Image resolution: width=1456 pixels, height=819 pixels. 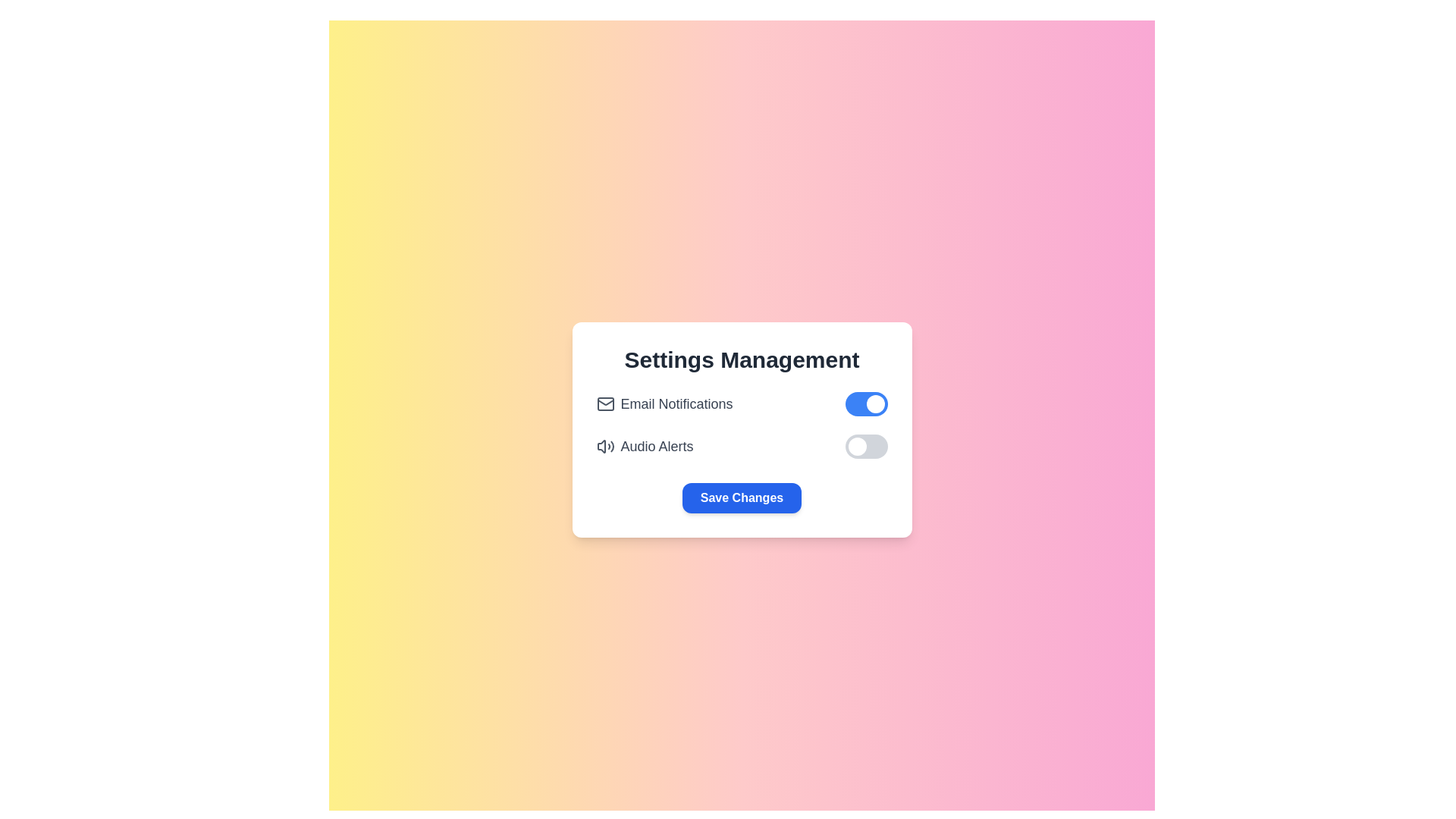 I want to click on the save button located at the bottom of the settings panel, directly beneath the 'Audio Alerts' text and toggle switch, so click(x=742, y=497).